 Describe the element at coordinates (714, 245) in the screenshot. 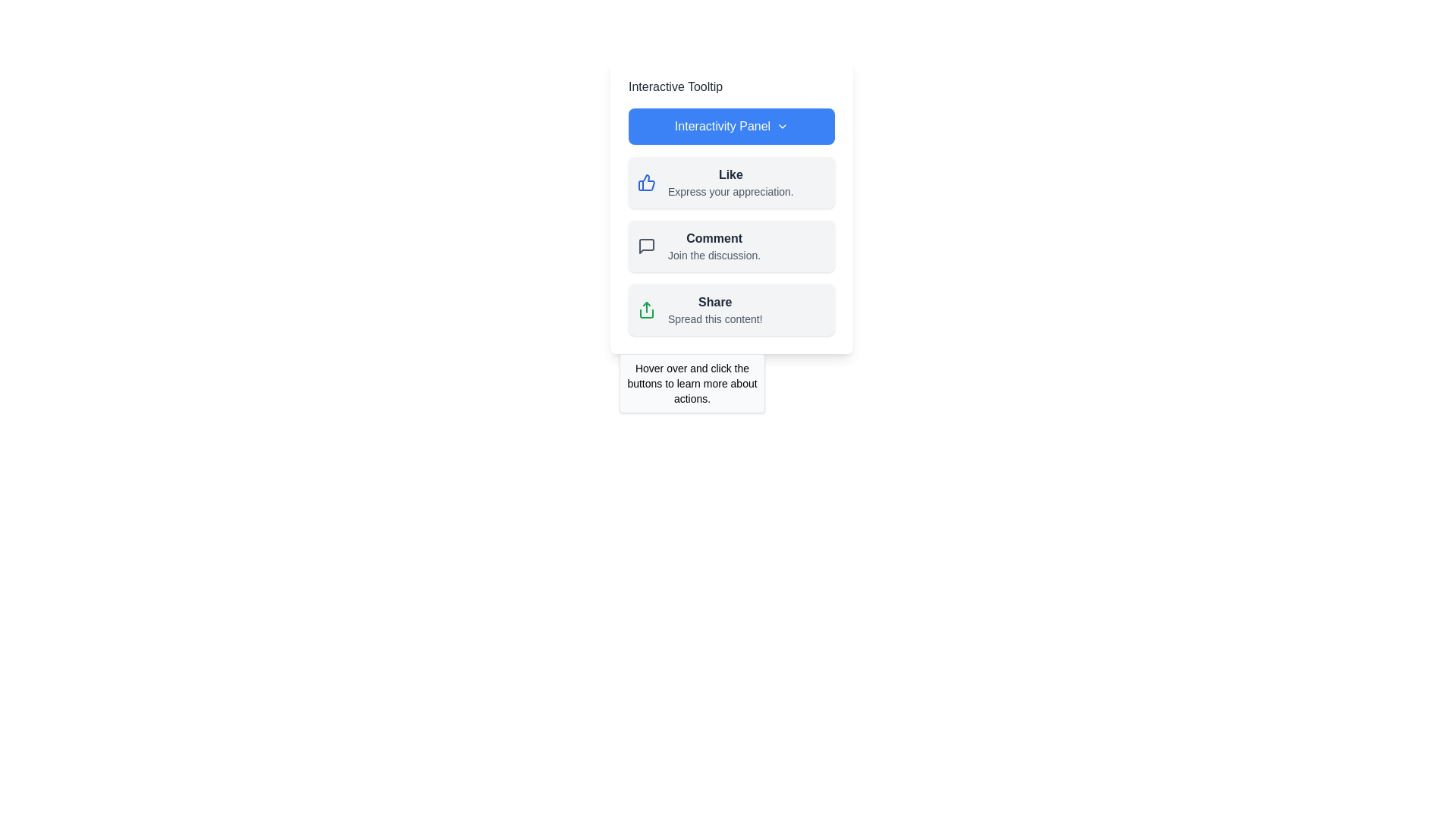

I see `the descriptive text label for the comment functionality, which is the second option in a vertical stack of options in a tooltip interface, located between 'Like' and 'Share'` at that location.